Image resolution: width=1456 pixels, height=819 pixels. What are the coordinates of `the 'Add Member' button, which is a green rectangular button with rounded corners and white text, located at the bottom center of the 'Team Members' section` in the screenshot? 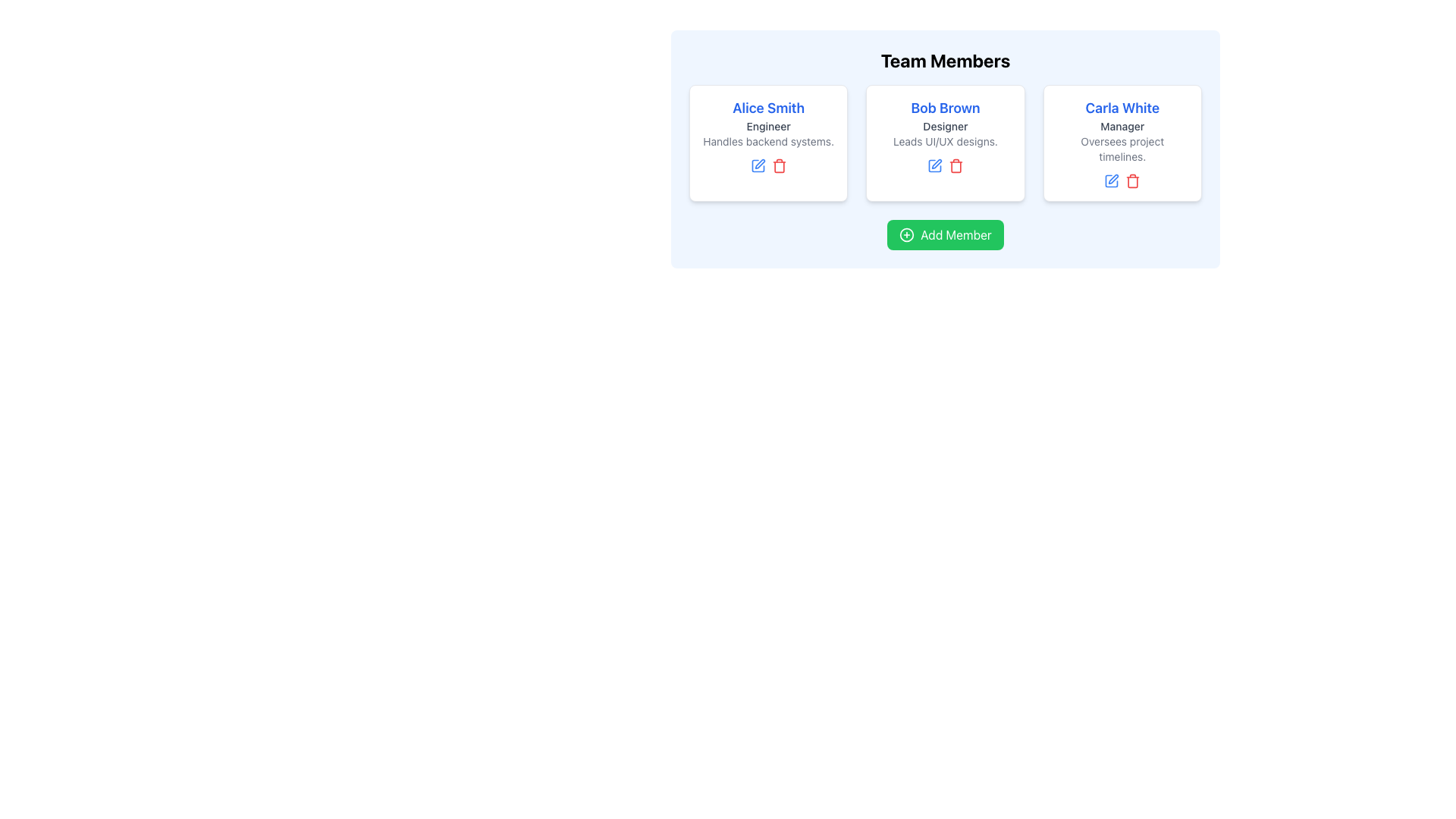 It's located at (945, 234).